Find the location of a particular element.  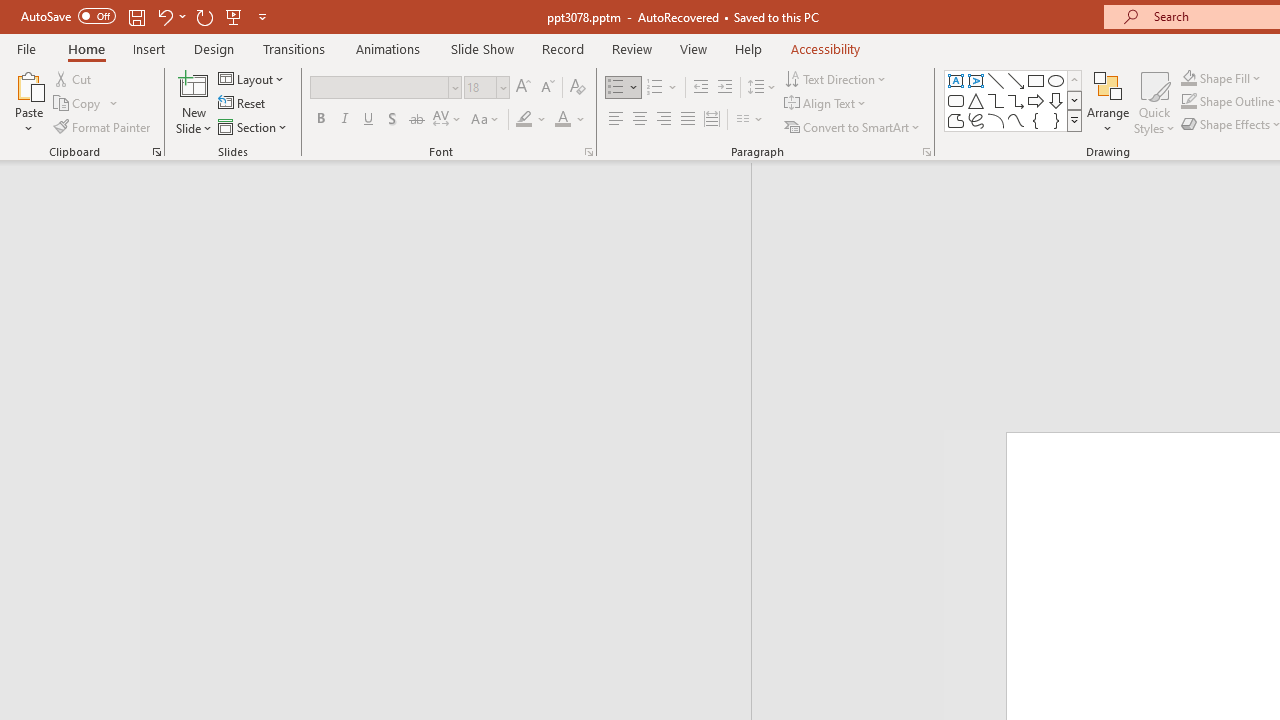

'Arrow: Down' is located at coordinates (1055, 100).